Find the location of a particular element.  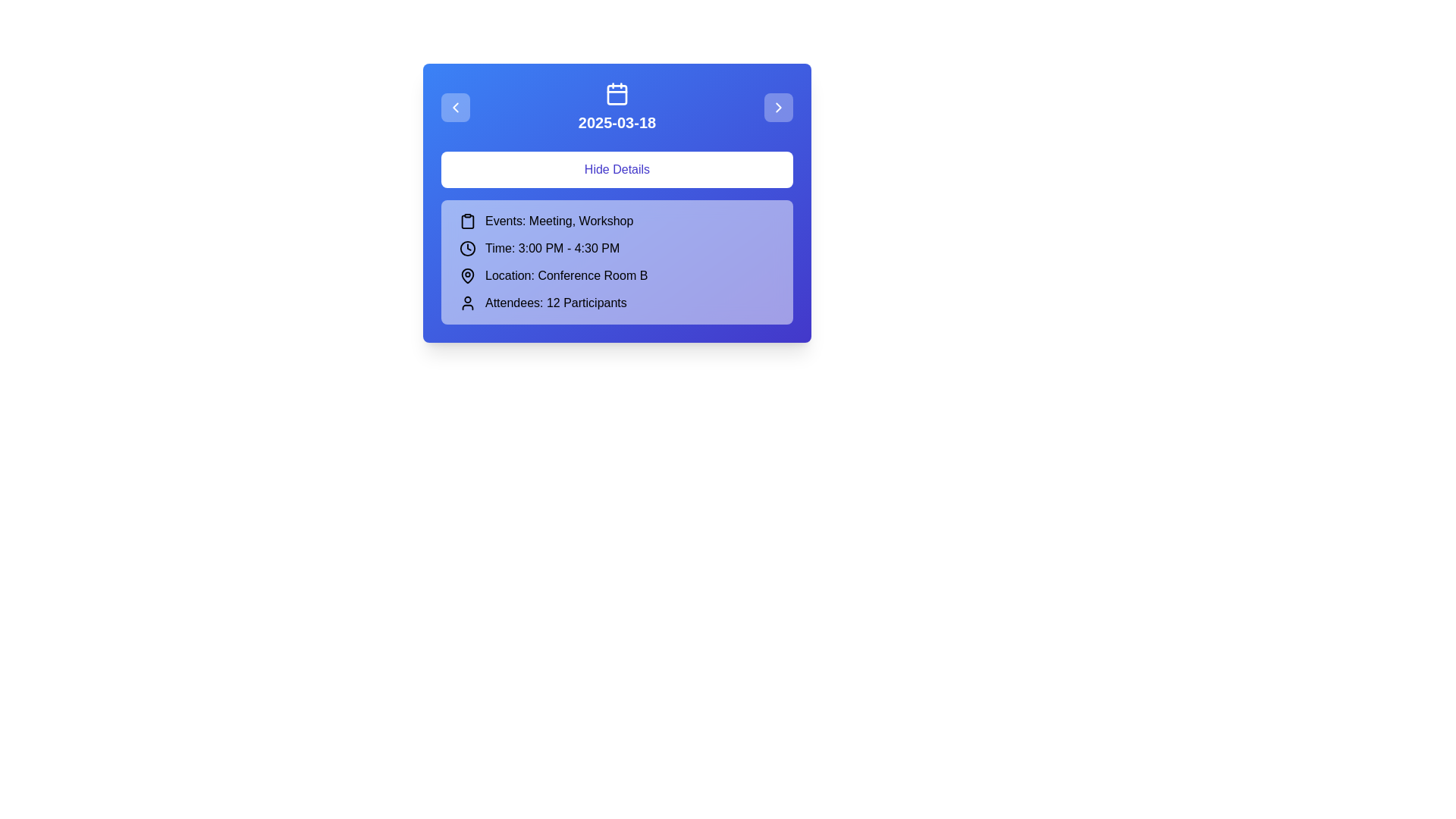

the text label displaying the time range 'Time: 3:00 PM - 4:30 PM', which is styled in black font on a light blue background, located under the title 'Events: Meeting, Workshop' is located at coordinates (551, 247).